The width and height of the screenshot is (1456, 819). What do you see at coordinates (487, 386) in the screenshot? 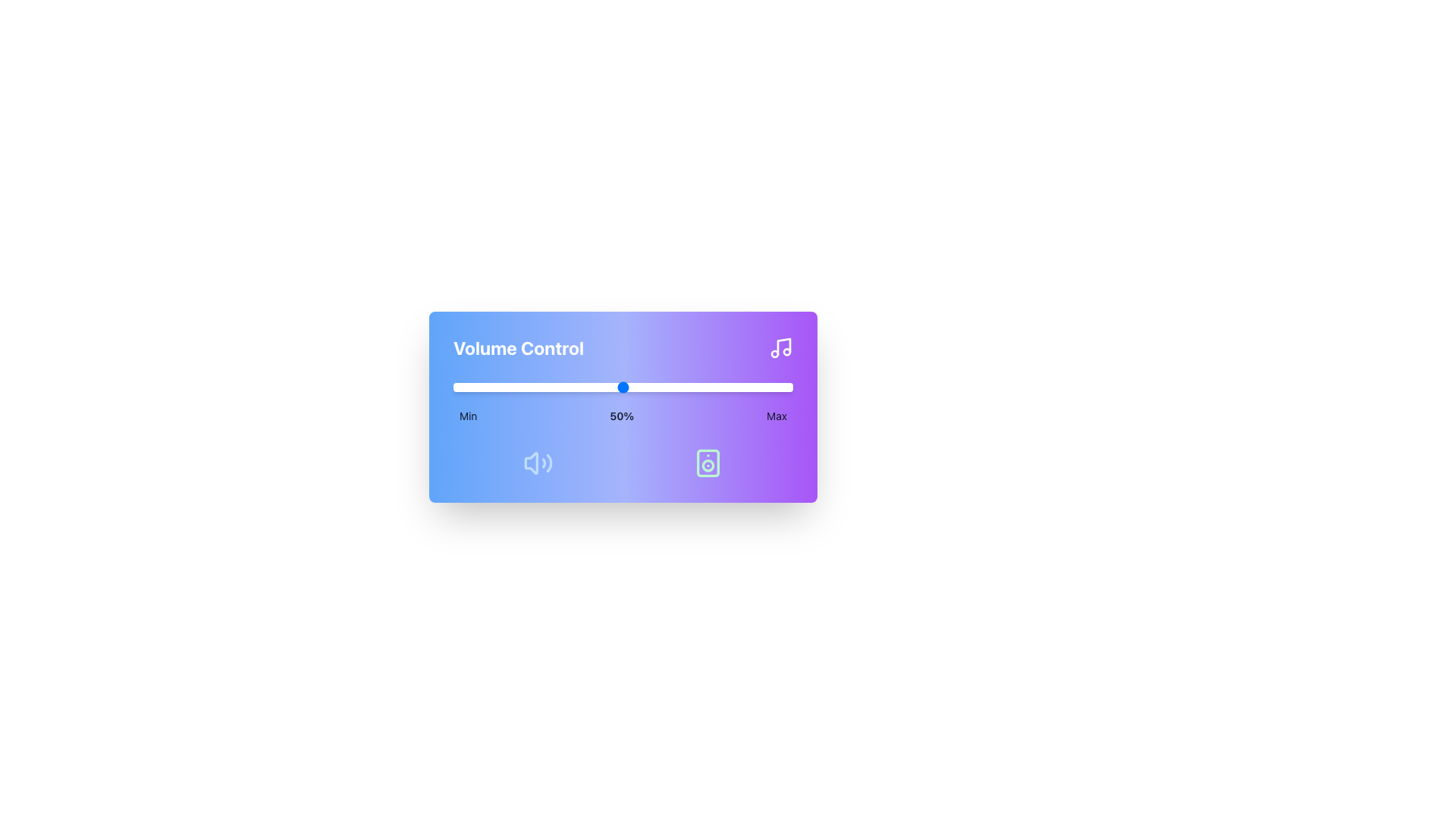
I see `the slider` at bounding box center [487, 386].